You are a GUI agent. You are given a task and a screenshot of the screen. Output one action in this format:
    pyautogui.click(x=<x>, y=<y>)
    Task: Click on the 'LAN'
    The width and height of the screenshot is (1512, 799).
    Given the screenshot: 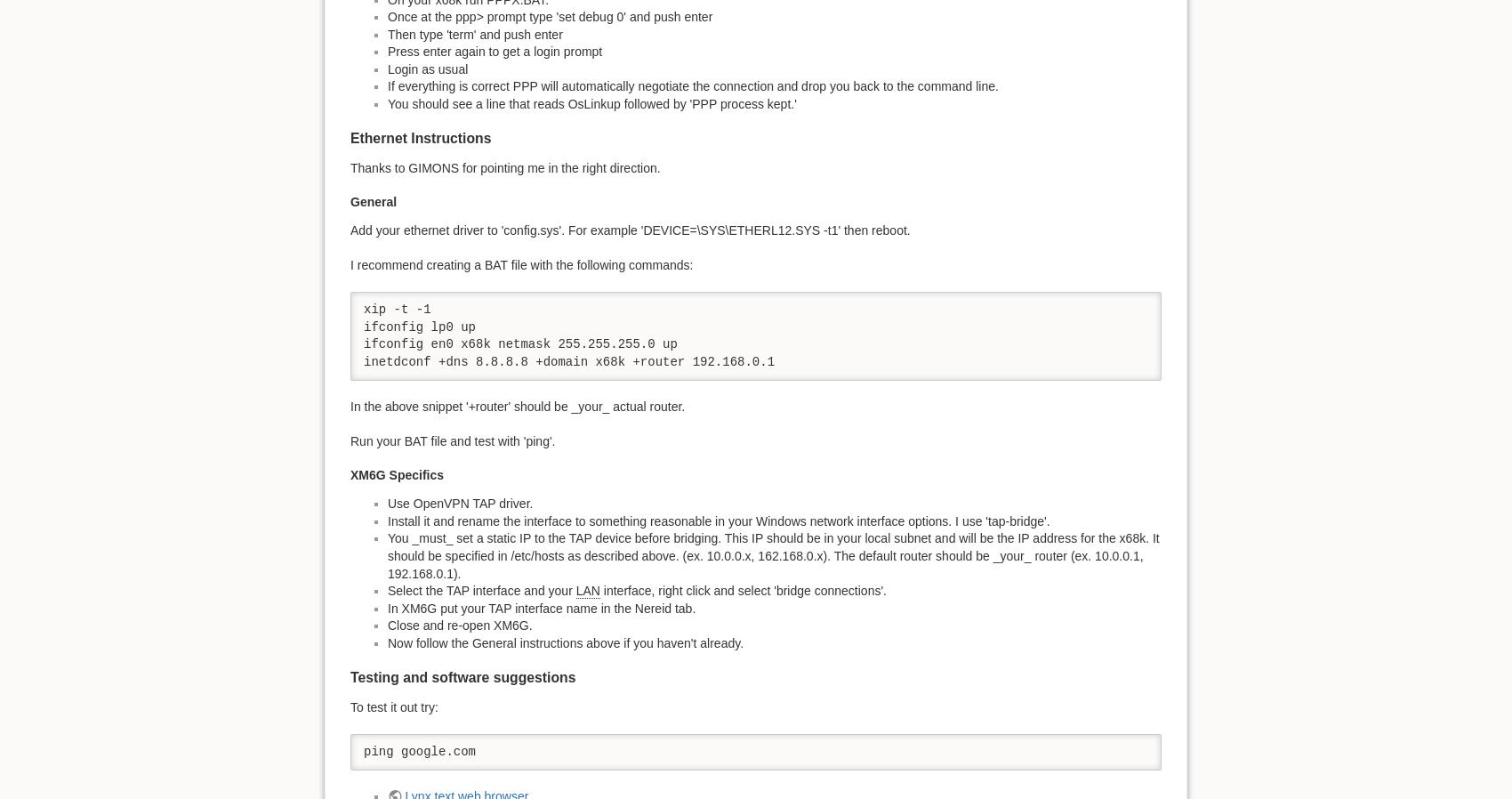 What is the action you would take?
    pyautogui.click(x=587, y=589)
    